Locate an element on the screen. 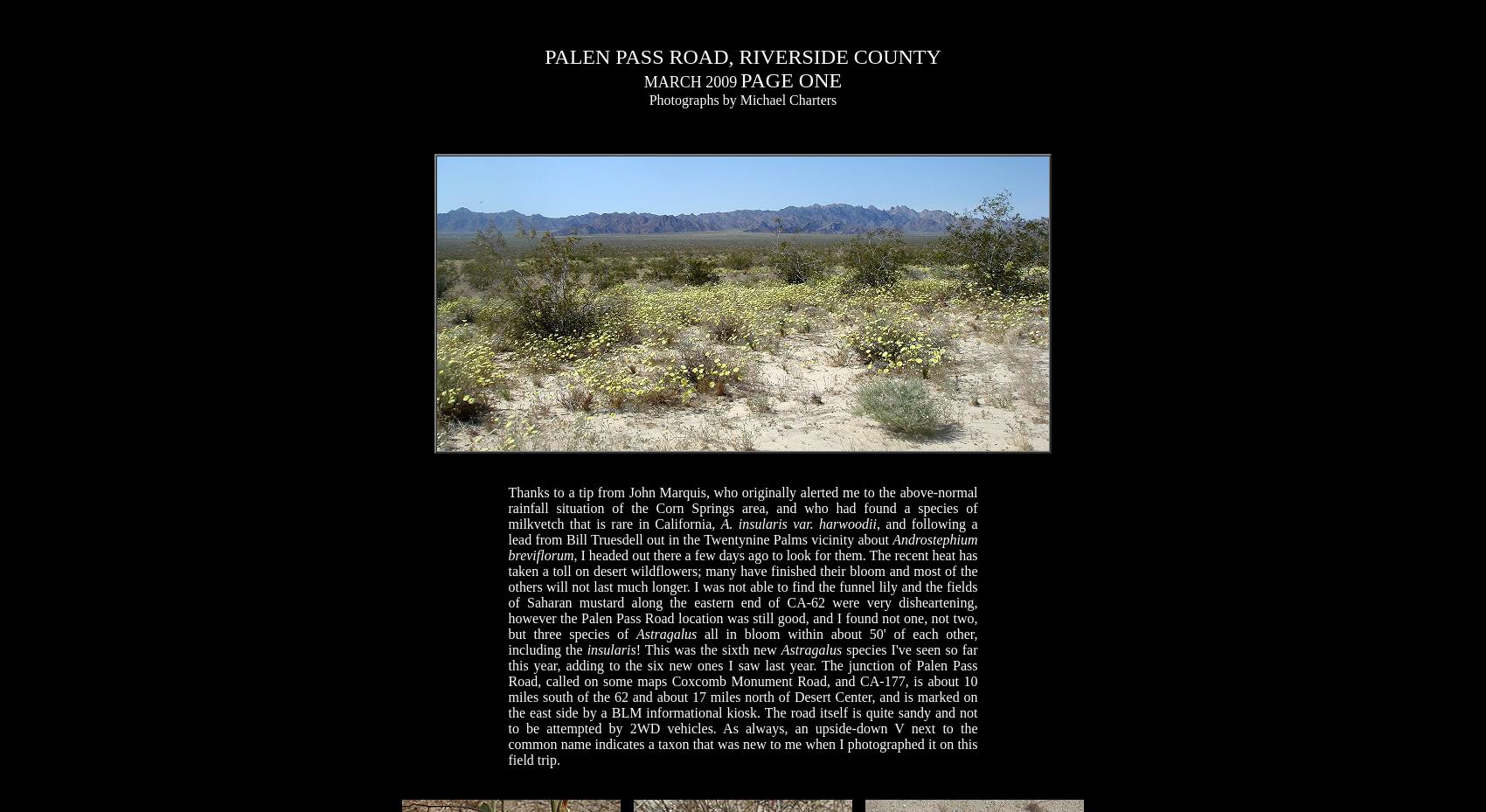 The height and width of the screenshot is (812, 1486). 'species I've seen so far this year, adding to the six new ones I saw last year. The junction of Palen Pass Road, called on some maps Coxcomb Monument Road, and CA-177, is about 10 miles south of the 62 and about 17 miles north of Desert Center, and is marked on the east side by a BLM informational kiosk. The road itself is quite sandy and not to be attempted by 2WD vehicles. As always, an upside-down V next to the common name indicates a taxon that was new to me when I photographed it on this field trip.' is located at coordinates (741, 704).